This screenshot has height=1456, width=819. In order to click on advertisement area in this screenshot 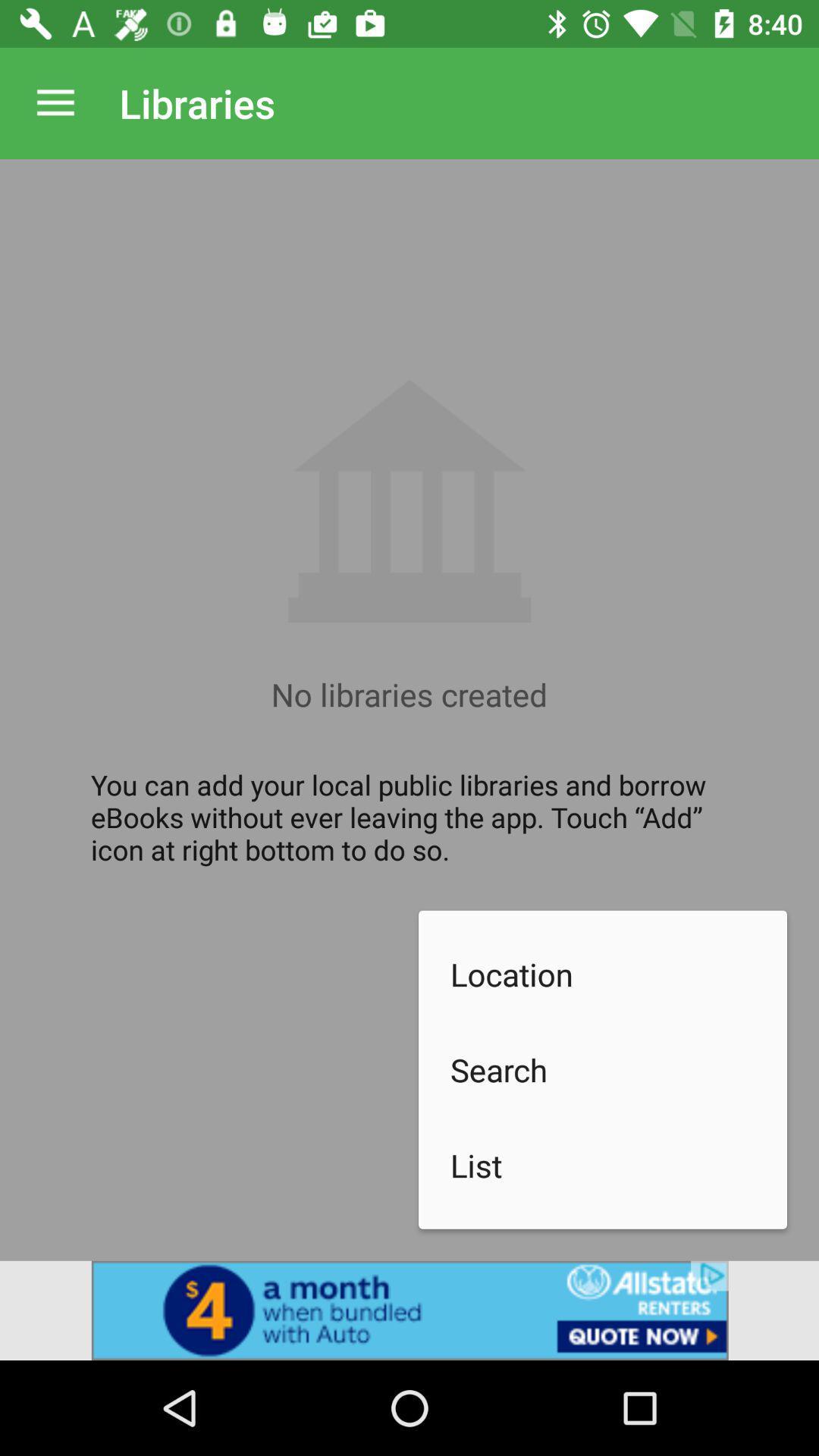, I will do `click(409, 1310)`.